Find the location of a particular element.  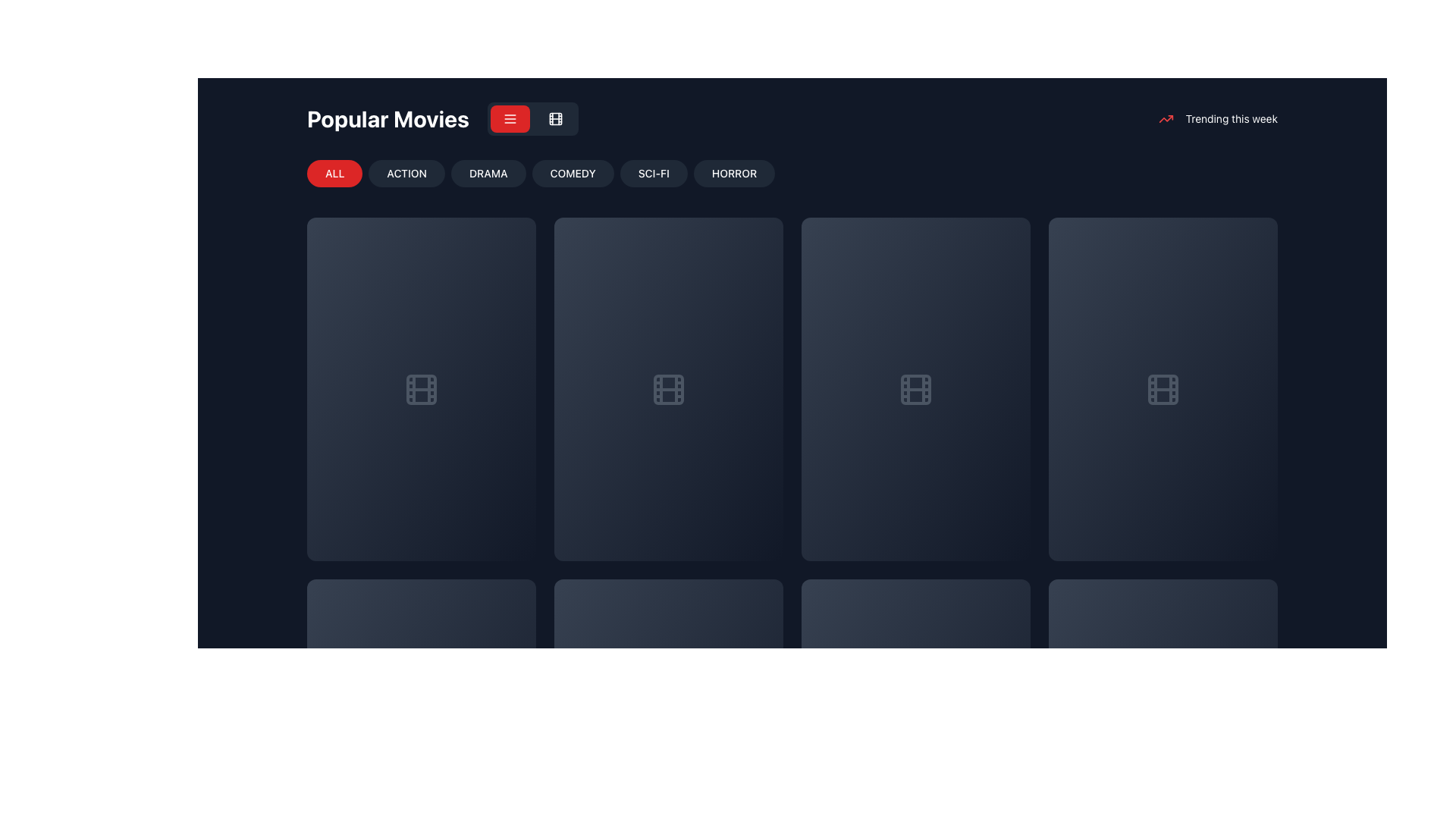

the media icon located in the third cell of the first row within the grid of popular movies to interact with it is located at coordinates (668, 388).